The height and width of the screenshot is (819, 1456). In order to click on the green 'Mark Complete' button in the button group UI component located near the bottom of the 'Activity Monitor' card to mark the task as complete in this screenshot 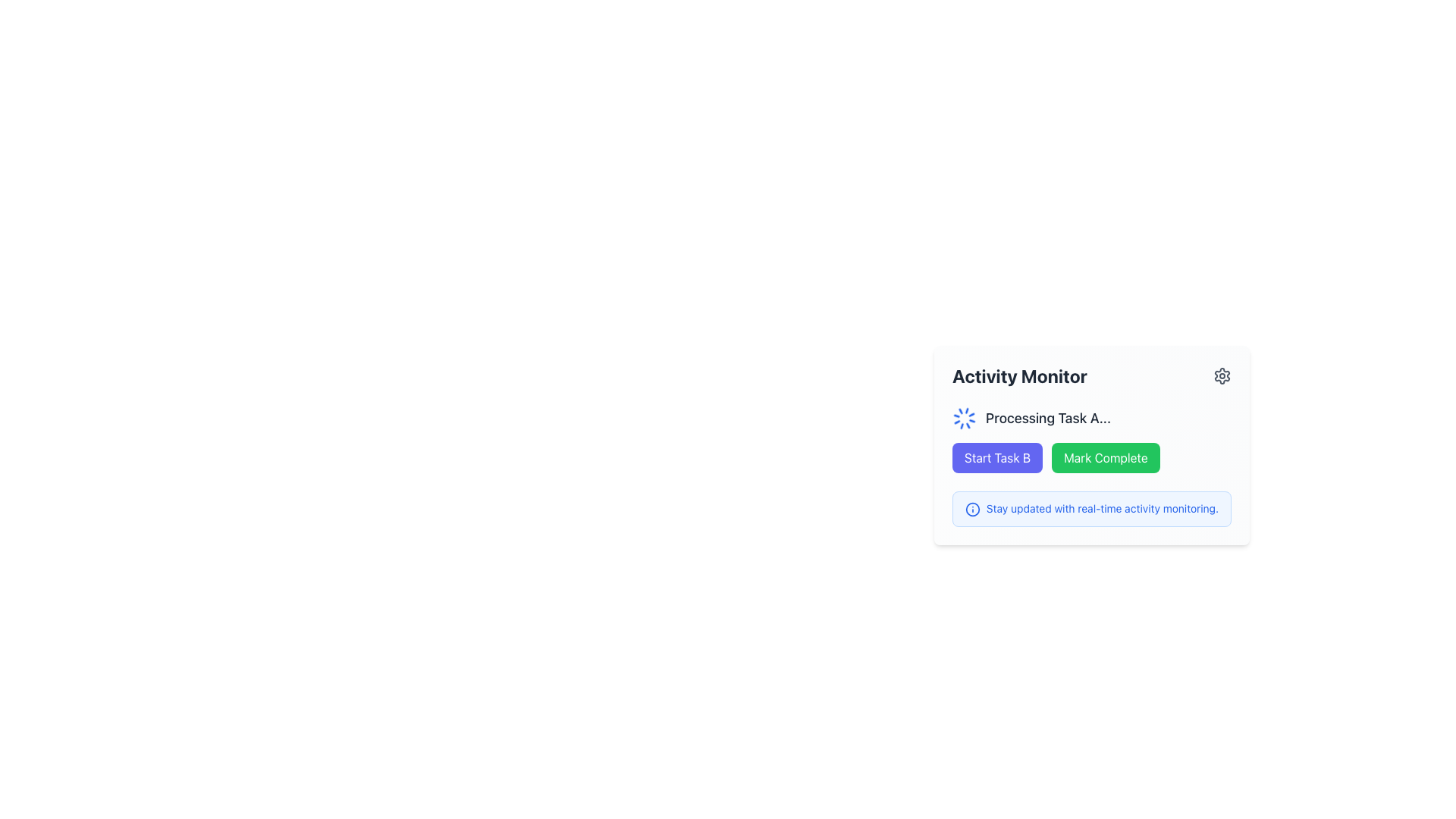, I will do `click(1092, 457)`.